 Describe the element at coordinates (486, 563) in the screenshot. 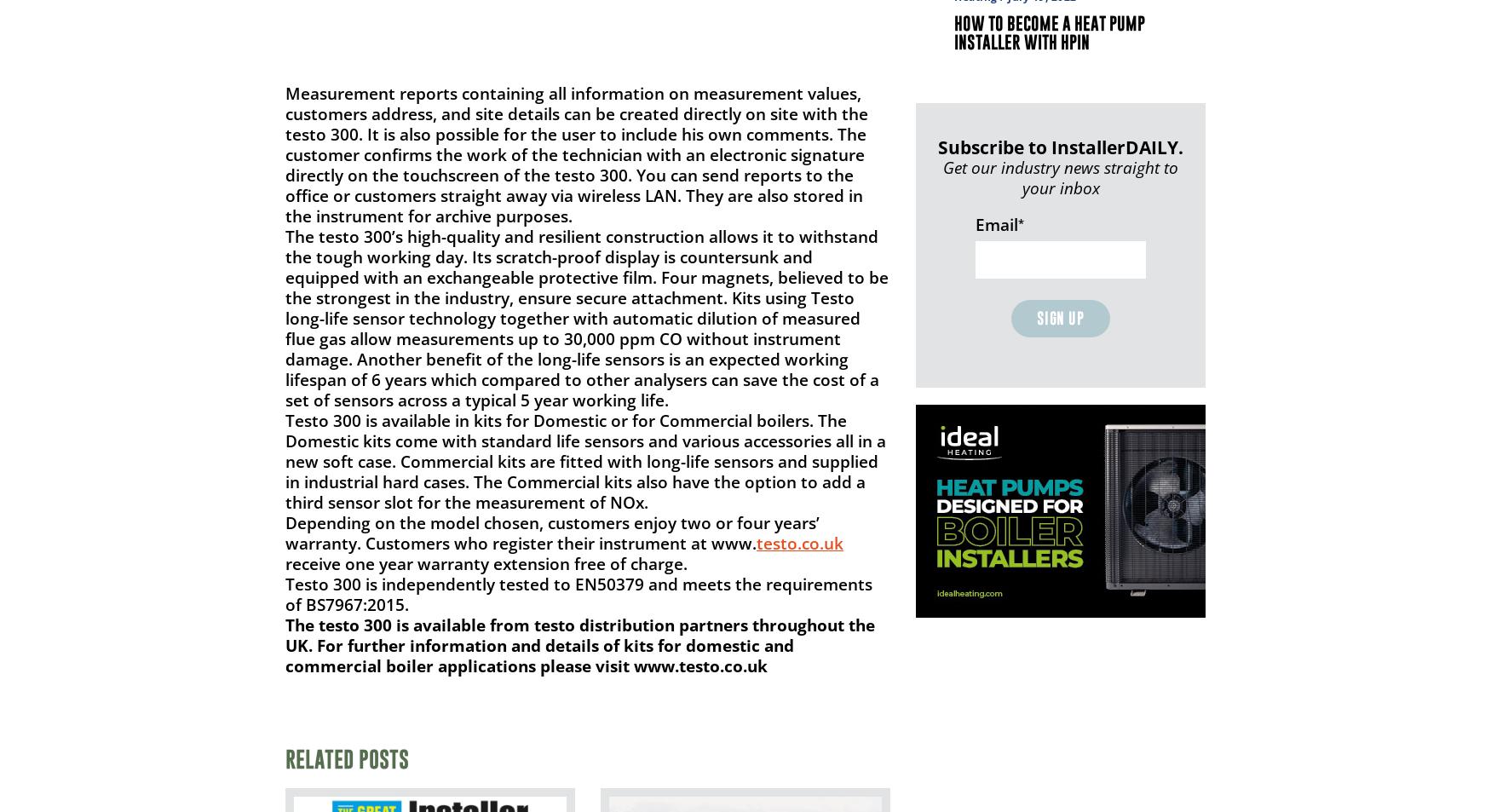

I see `'receive one year warranty extension free of charge.'` at that location.